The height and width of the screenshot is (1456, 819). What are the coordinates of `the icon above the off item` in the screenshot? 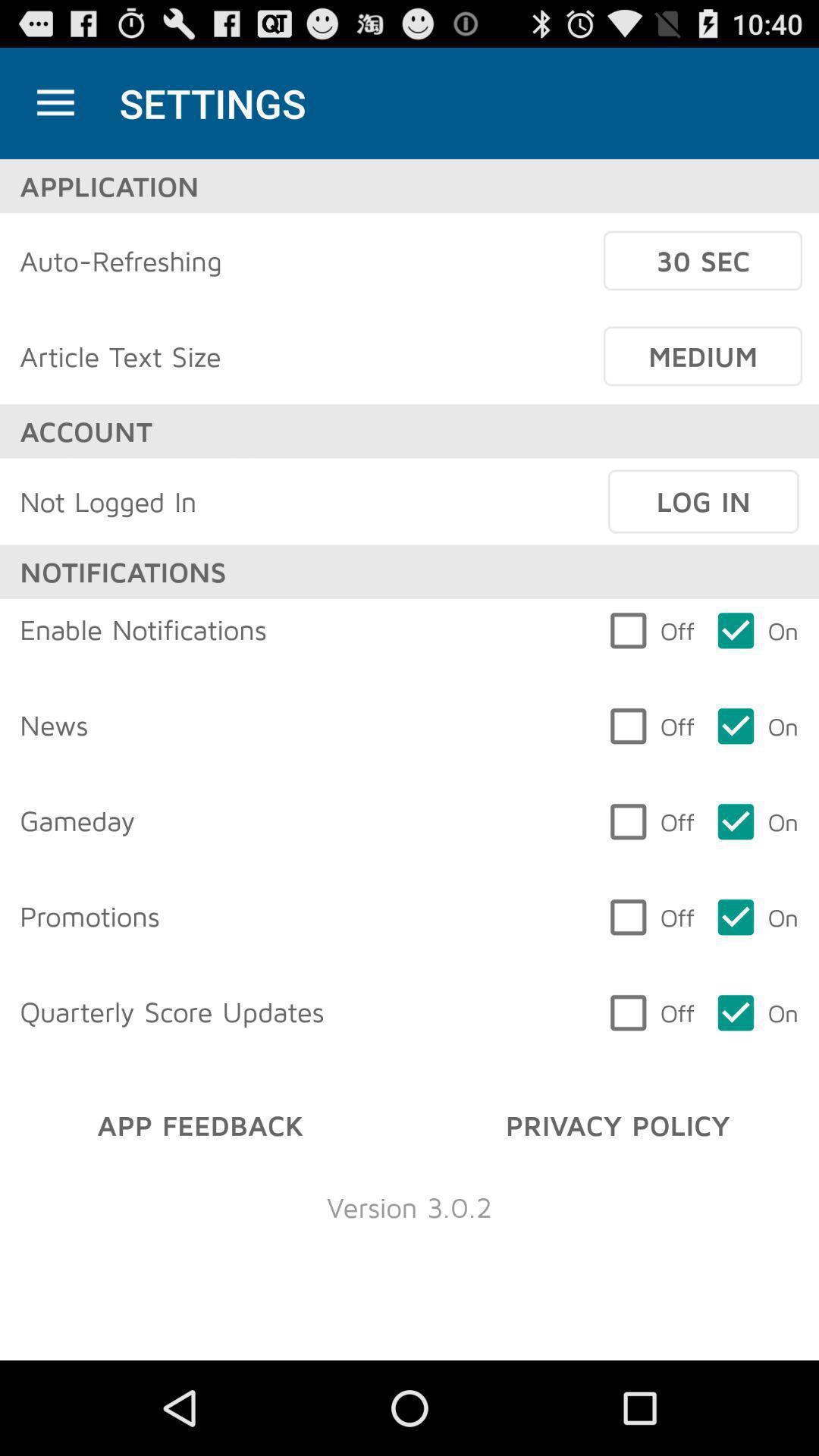 It's located at (703, 501).